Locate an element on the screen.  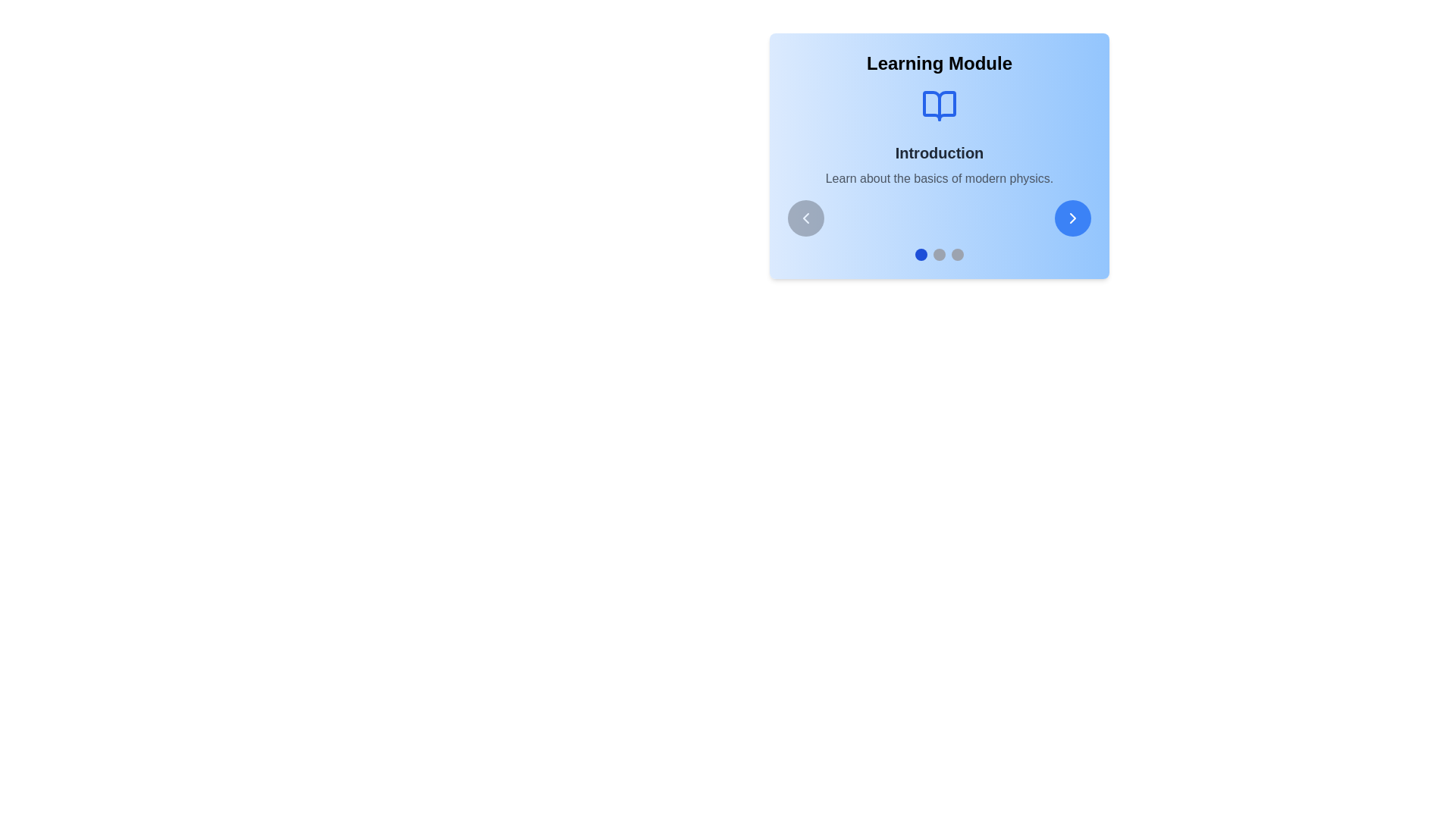
the blue outlined open book icon centered at the top of the module card, located above the text 'Introduction' and below the header 'Learning Module' is located at coordinates (938, 105).